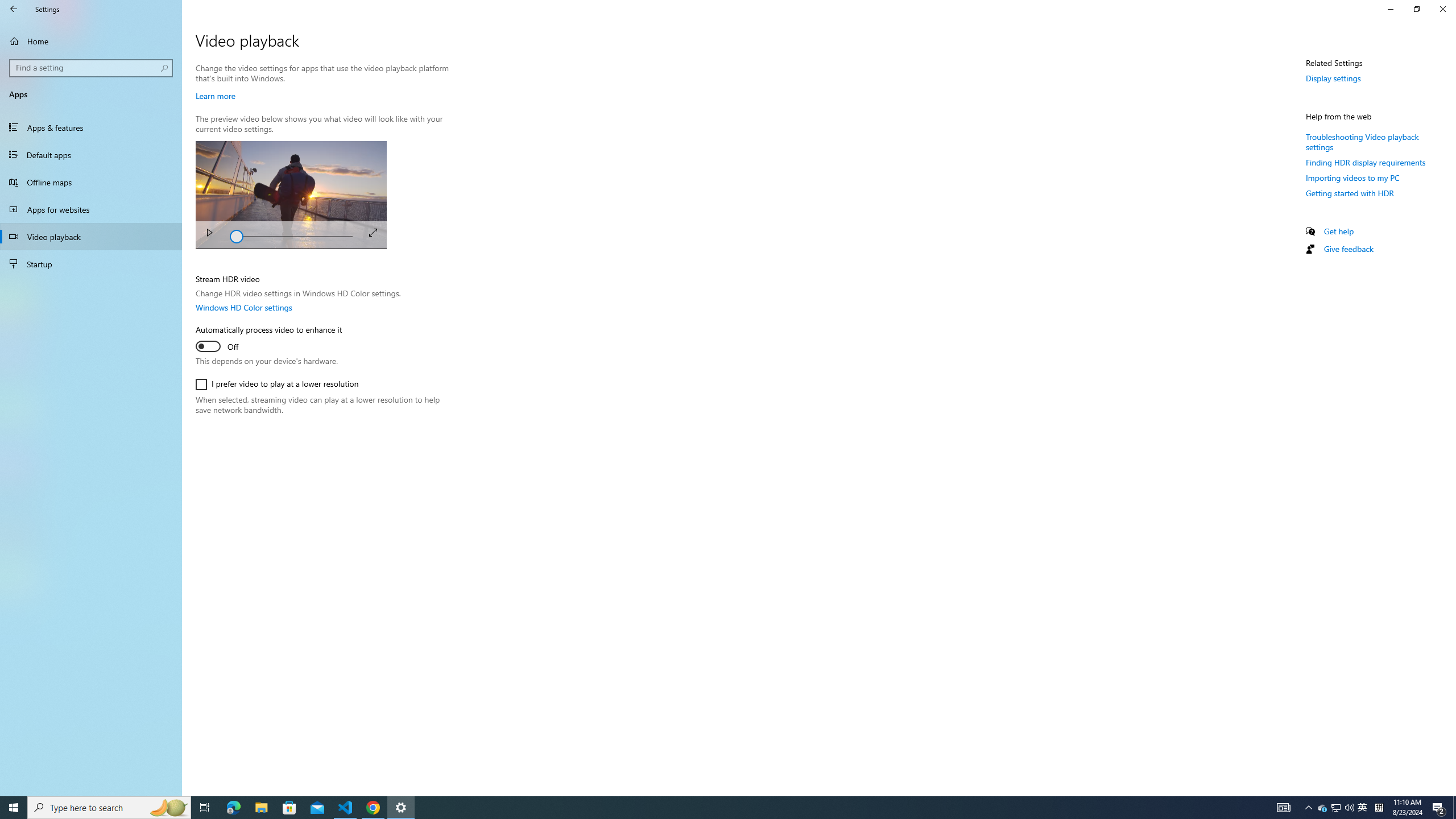 The height and width of the screenshot is (819, 1456). I want to click on 'Apps for websites', so click(90, 209).